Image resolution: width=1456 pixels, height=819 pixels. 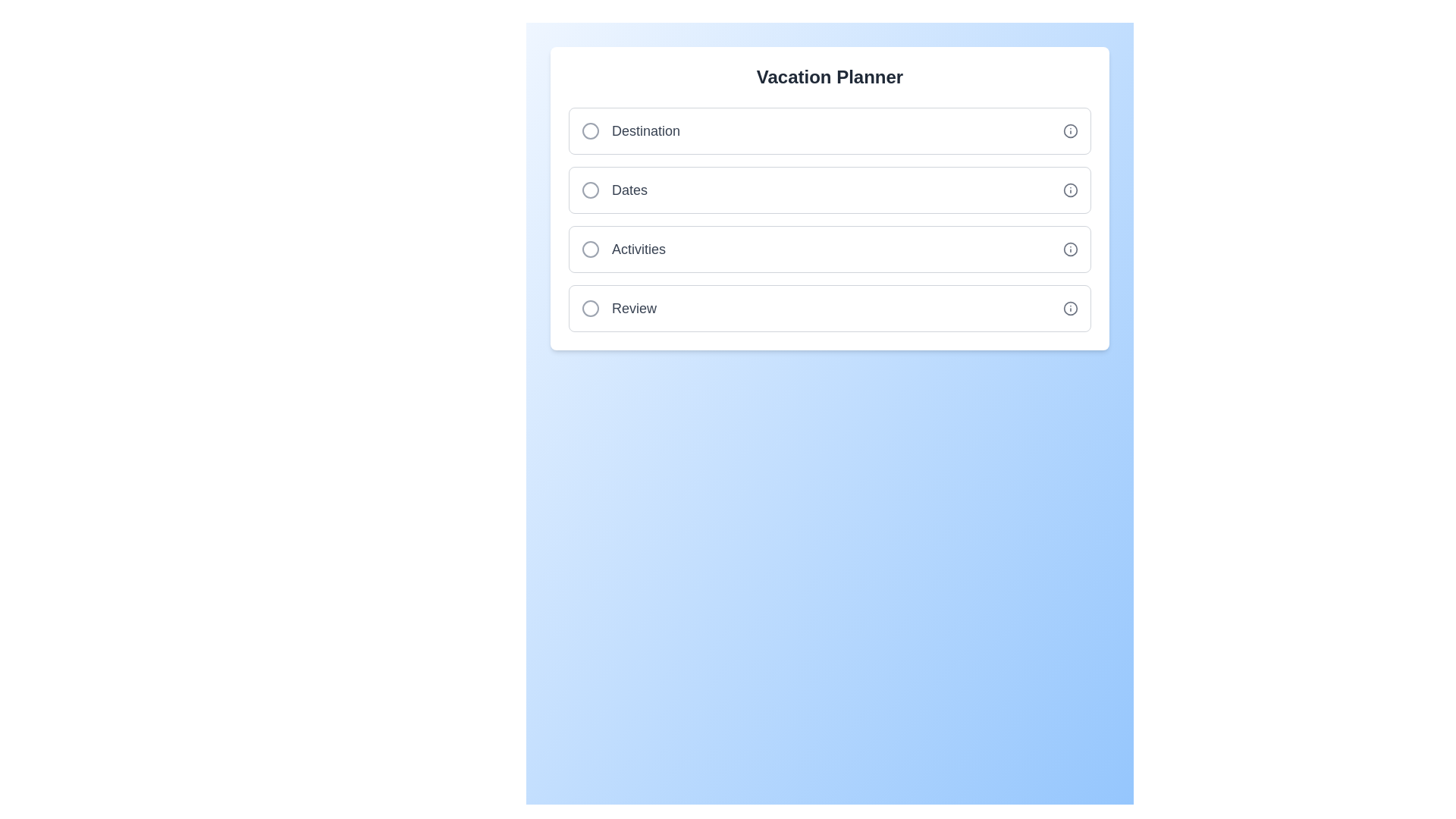 I want to click on the 'Info' icon of the Dates step to view additional information, so click(x=1069, y=189).